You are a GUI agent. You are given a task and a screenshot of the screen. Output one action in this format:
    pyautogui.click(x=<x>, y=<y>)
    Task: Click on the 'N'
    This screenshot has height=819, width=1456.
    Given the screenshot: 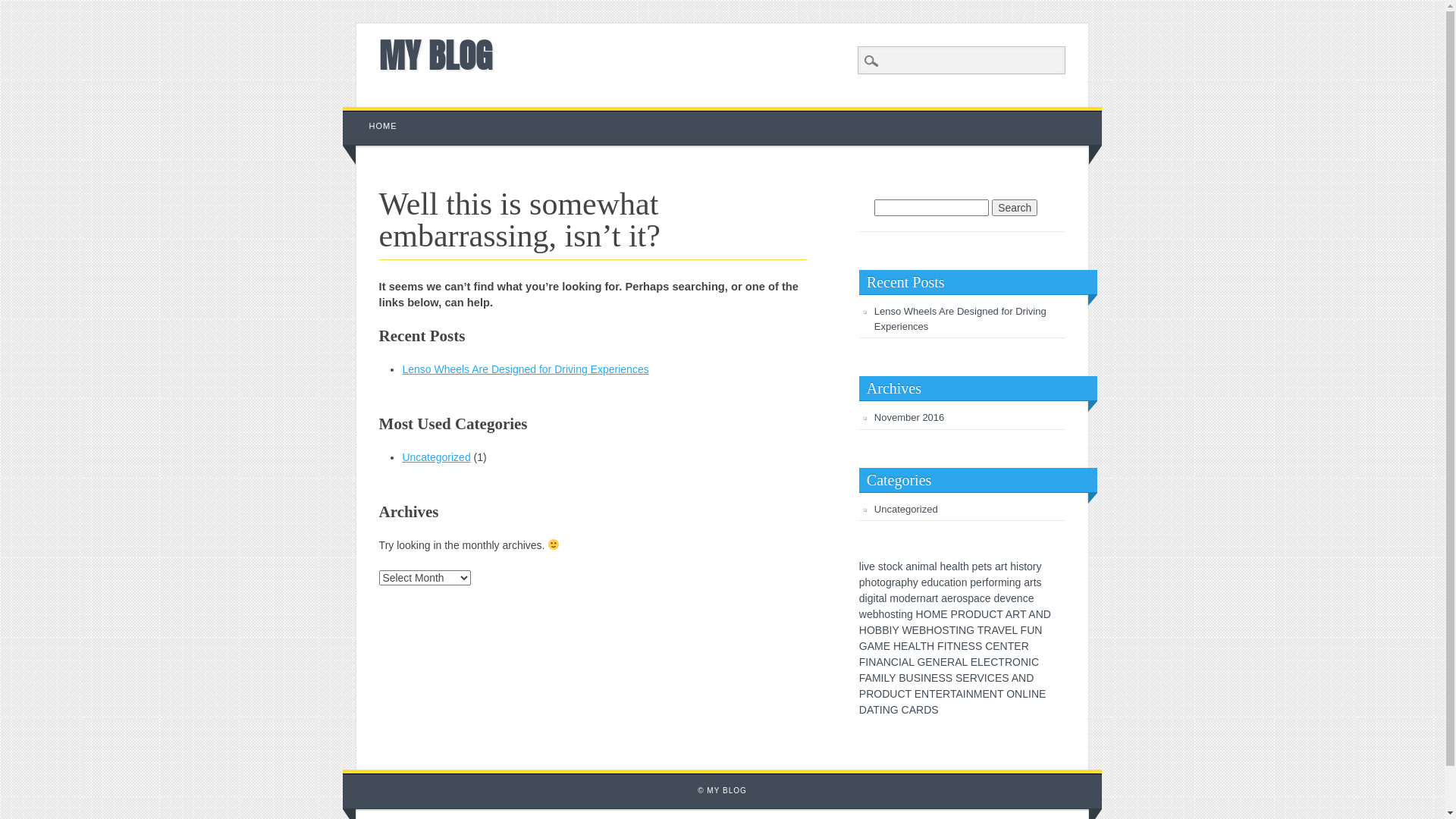 What is the action you would take?
    pyautogui.click(x=993, y=693)
    